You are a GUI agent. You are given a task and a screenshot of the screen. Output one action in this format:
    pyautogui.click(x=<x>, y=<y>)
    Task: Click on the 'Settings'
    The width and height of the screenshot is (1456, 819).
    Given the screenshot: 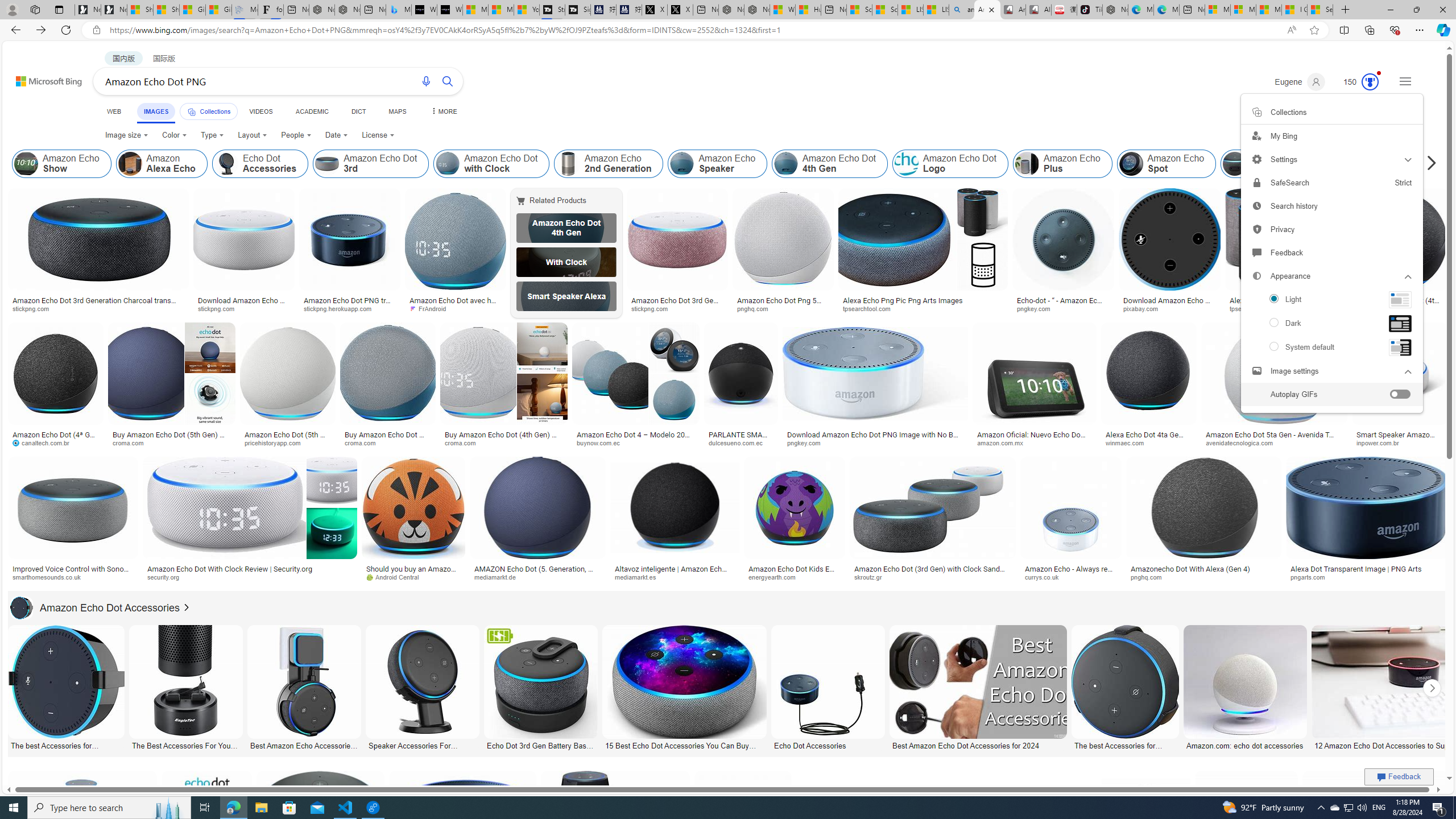 What is the action you would take?
    pyautogui.click(x=1331, y=159)
    